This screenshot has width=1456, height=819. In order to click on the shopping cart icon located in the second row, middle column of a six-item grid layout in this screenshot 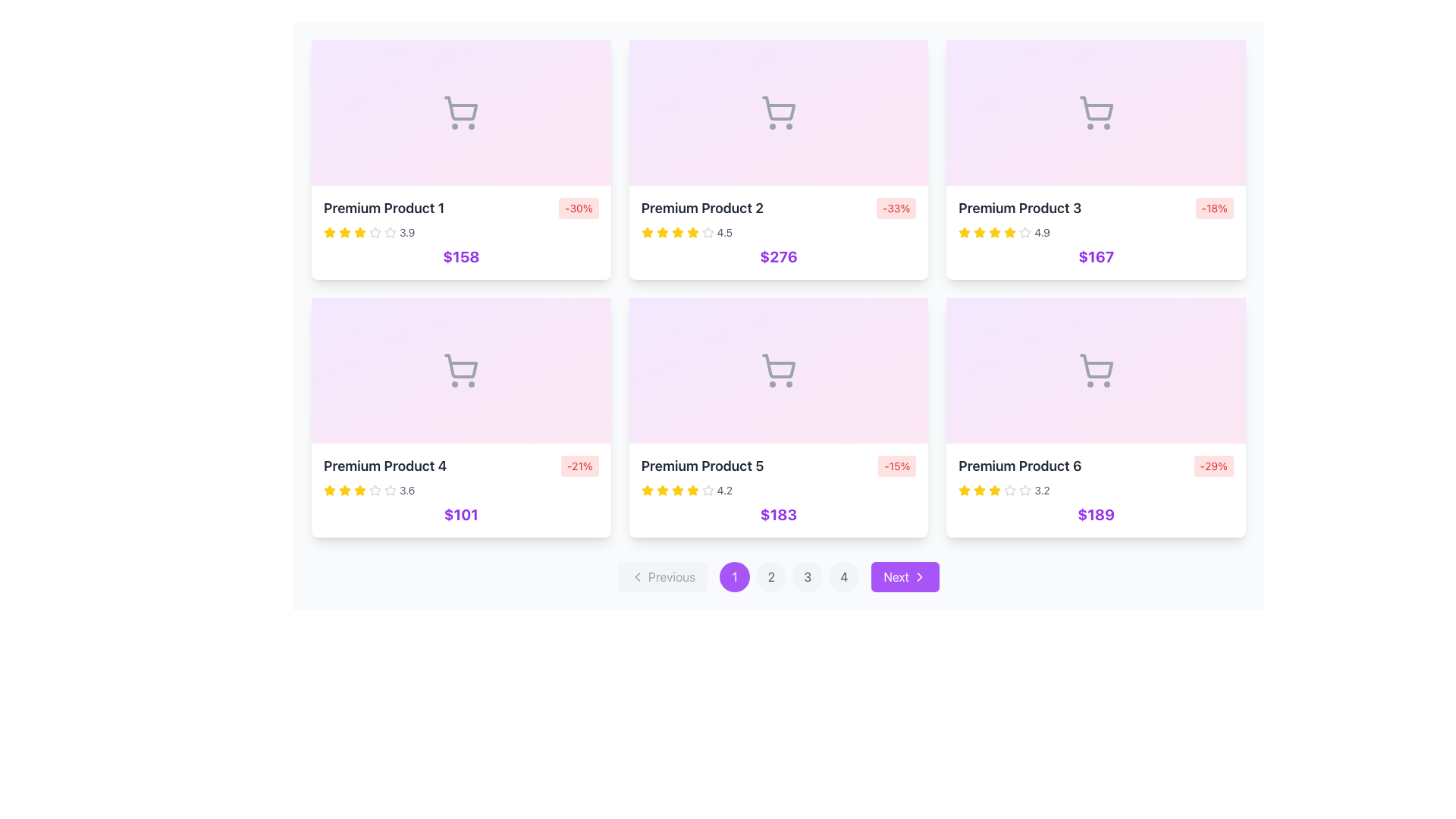, I will do `click(779, 366)`.